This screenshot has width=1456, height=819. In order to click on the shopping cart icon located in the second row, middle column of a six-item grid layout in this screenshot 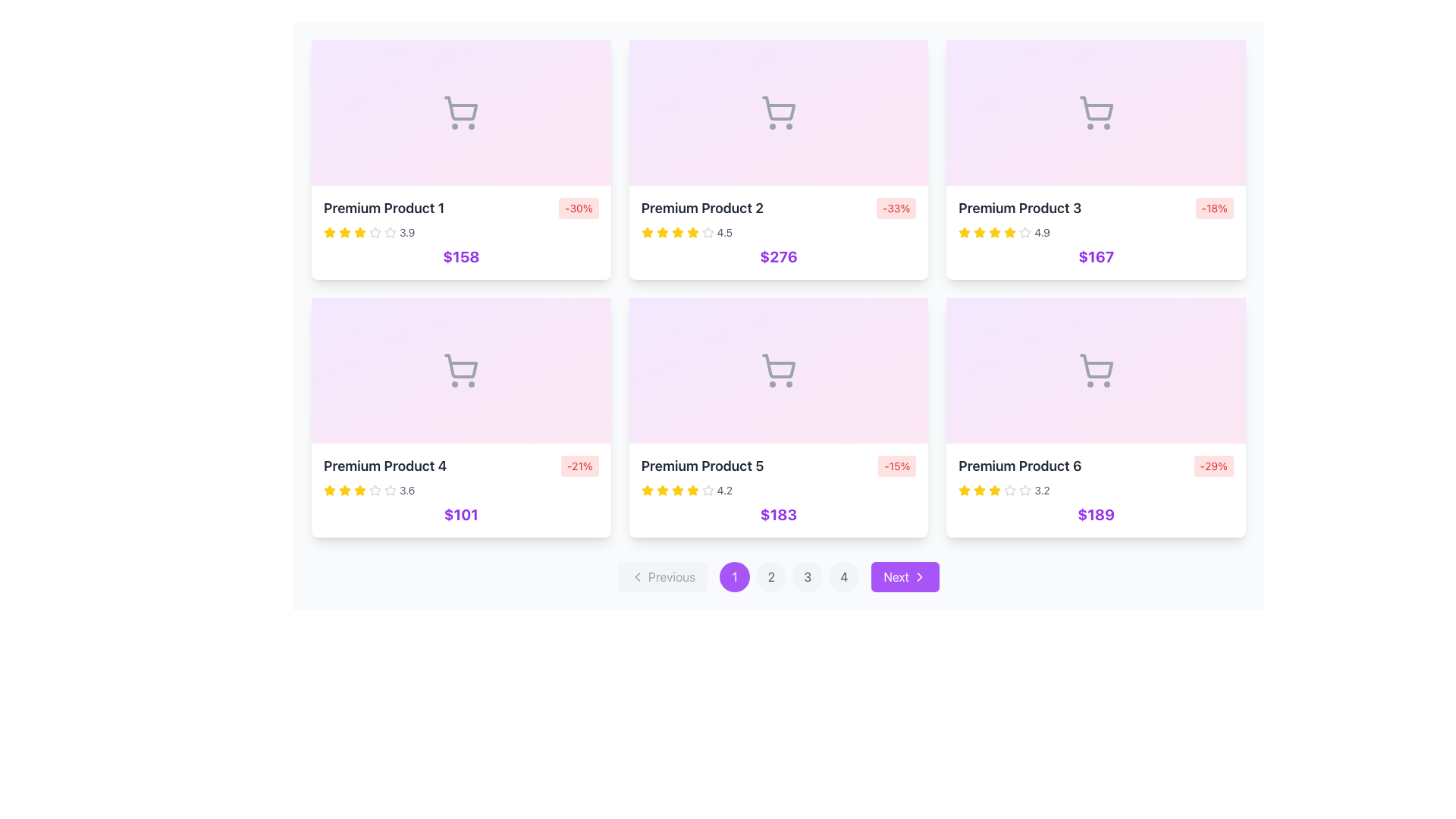, I will do `click(779, 366)`.